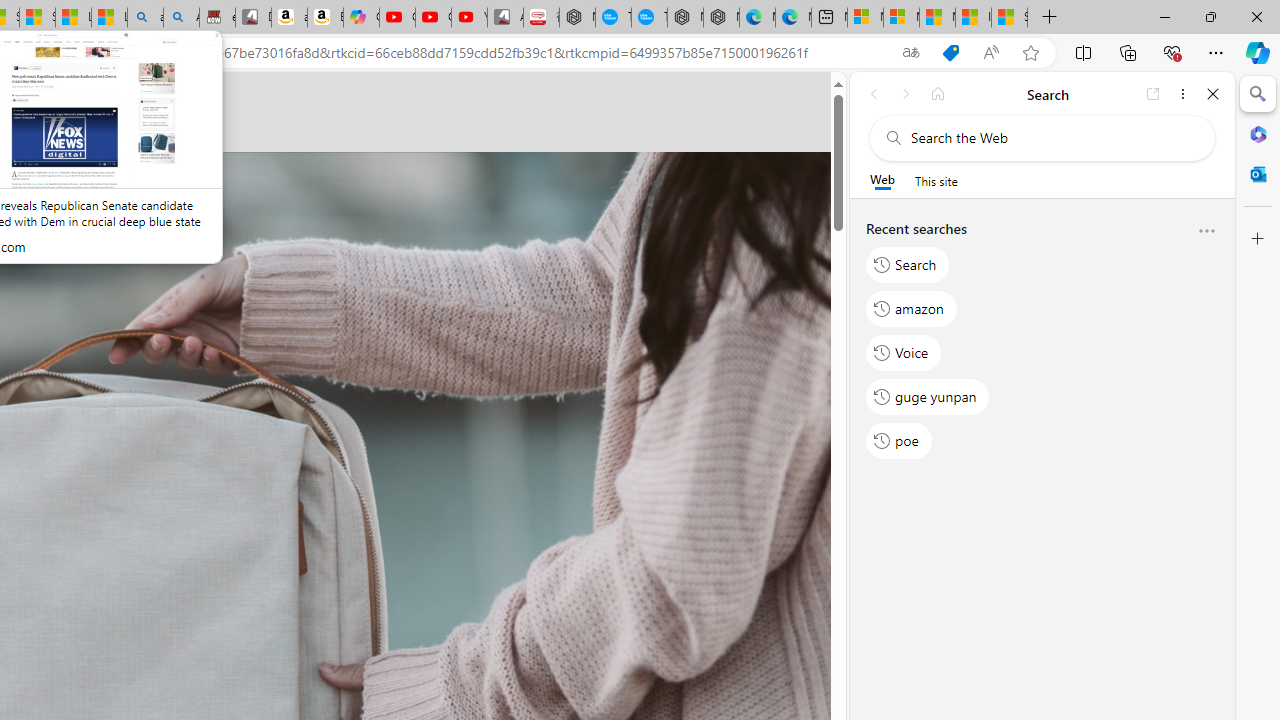 The height and width of the screenshot is (720, 1280). Describe the element at coordinates (950, 52) in the screenshot. I see `'This site has coupons! Shopping in Microsoft Edge'` at that location.